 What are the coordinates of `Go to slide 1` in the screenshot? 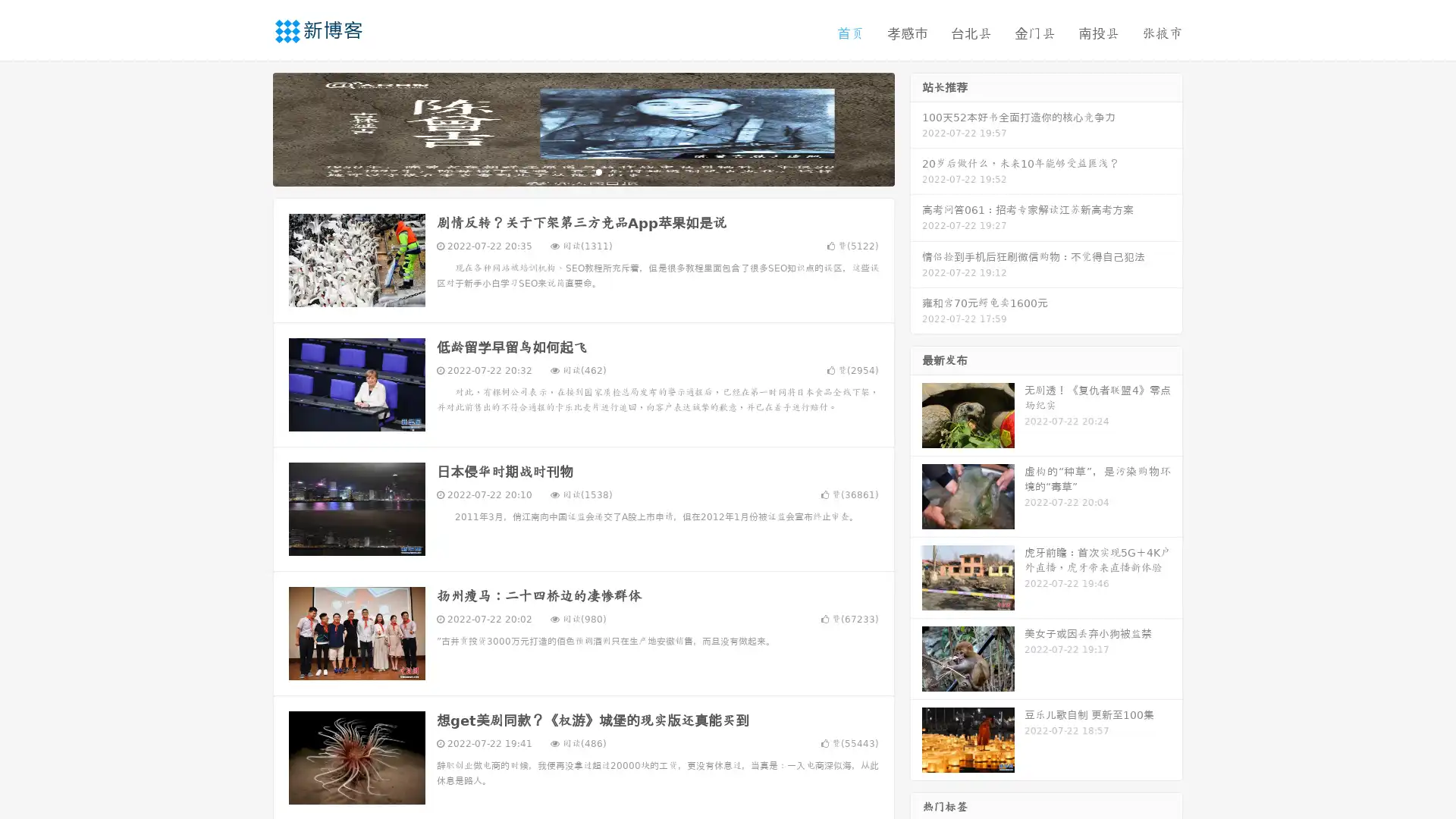 It's located at (567, 171).